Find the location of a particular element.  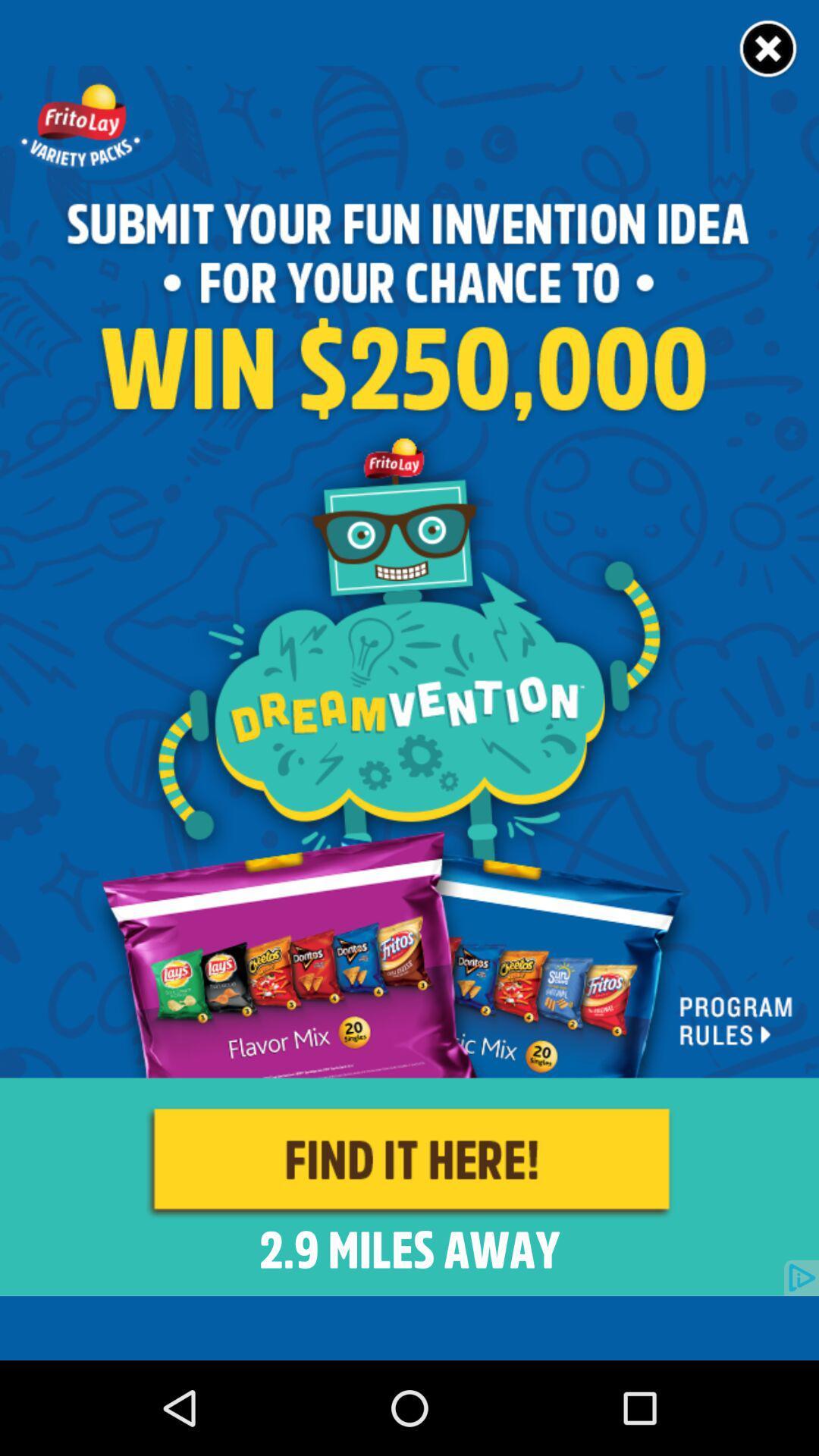

close is located at coordinates (769, 49).